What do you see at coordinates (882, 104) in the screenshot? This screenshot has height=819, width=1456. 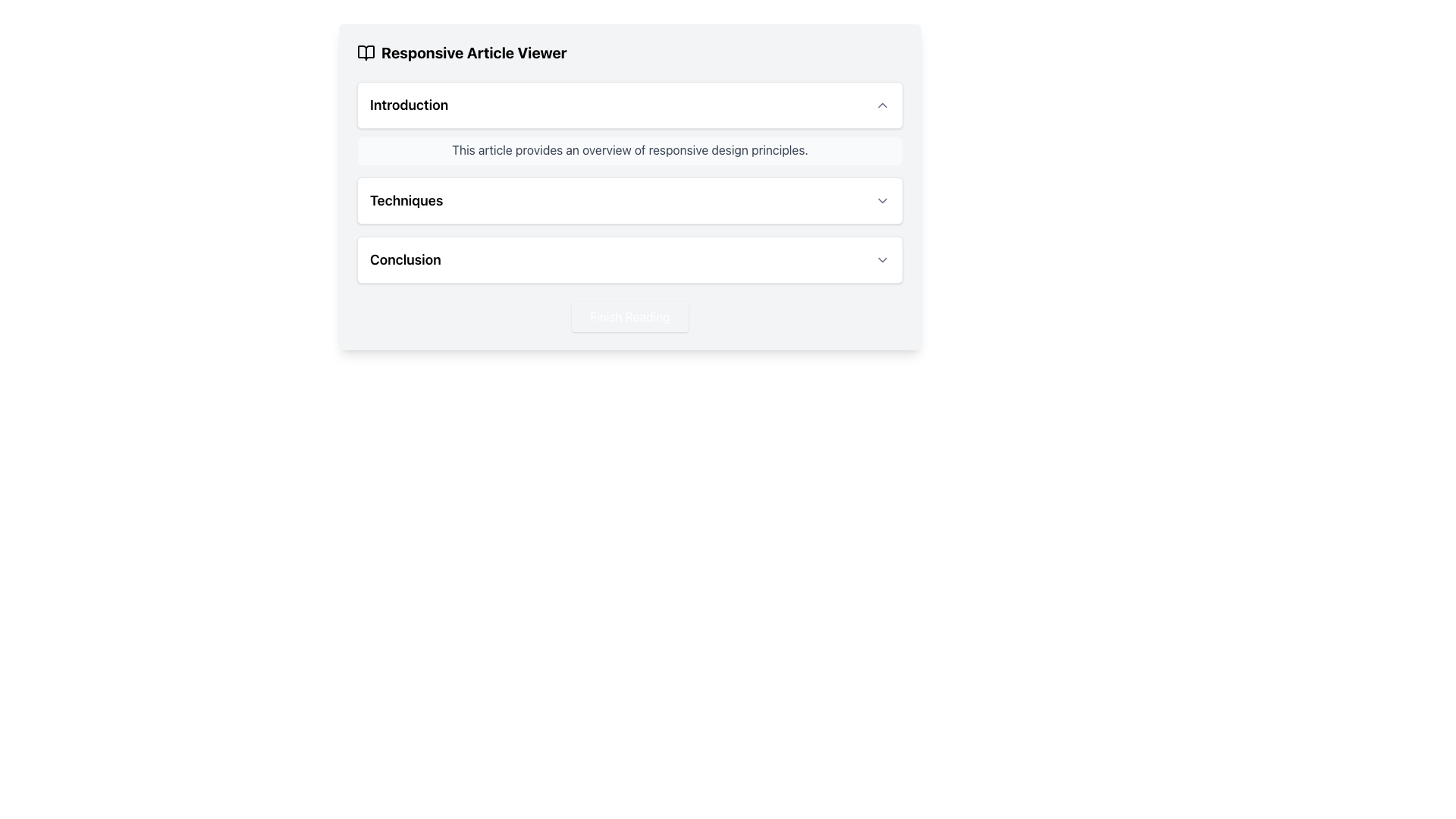 I see `the chevron icon located at the top-right of the 'Introduction' section` at bounding box center [882, 104].